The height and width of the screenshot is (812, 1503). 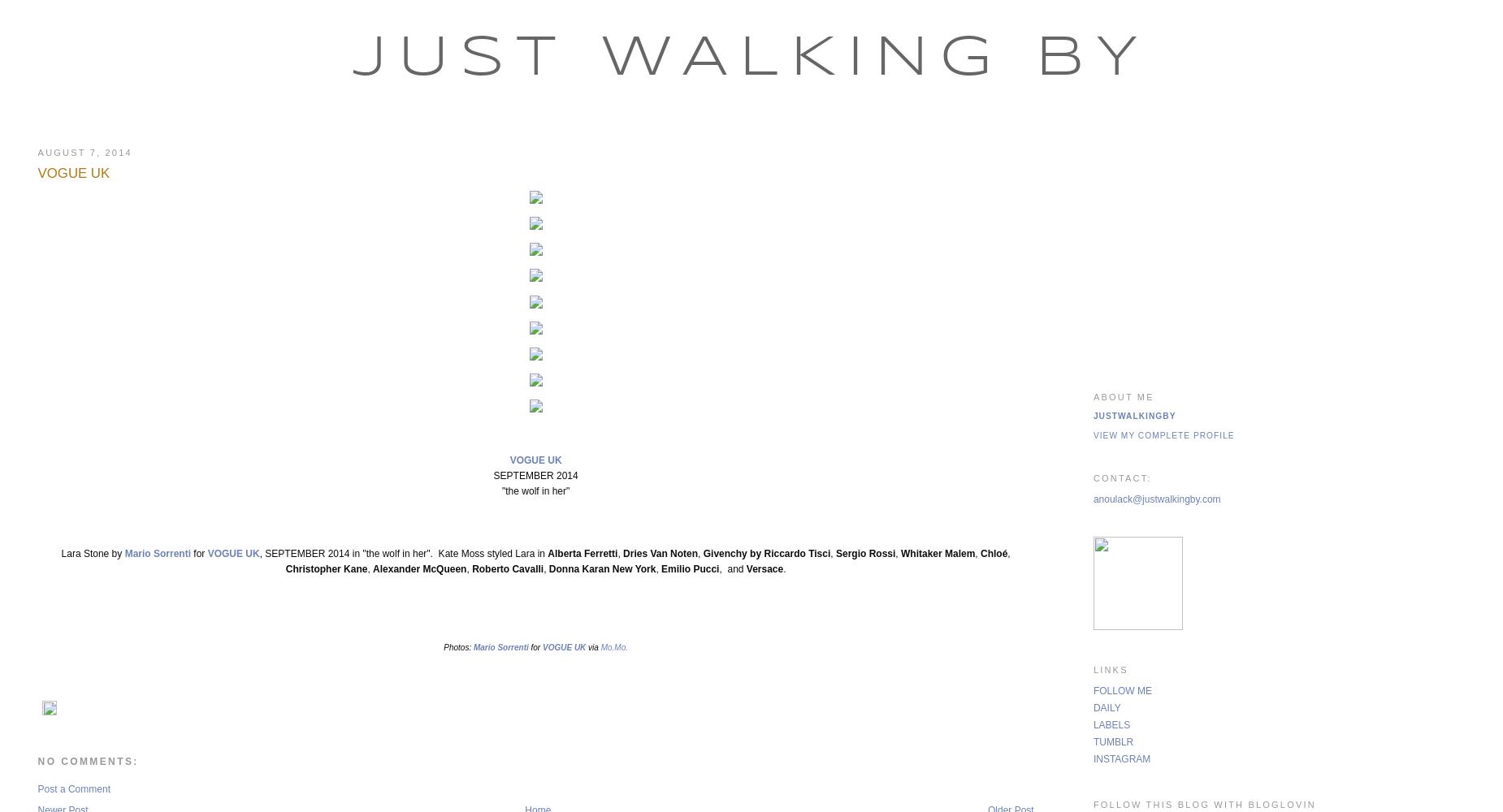 What do you see at coordinates (765, 554) in the screenshot?
I see `'Givenchy by Riccardo Tisci'` at bounding box center [765, 554].